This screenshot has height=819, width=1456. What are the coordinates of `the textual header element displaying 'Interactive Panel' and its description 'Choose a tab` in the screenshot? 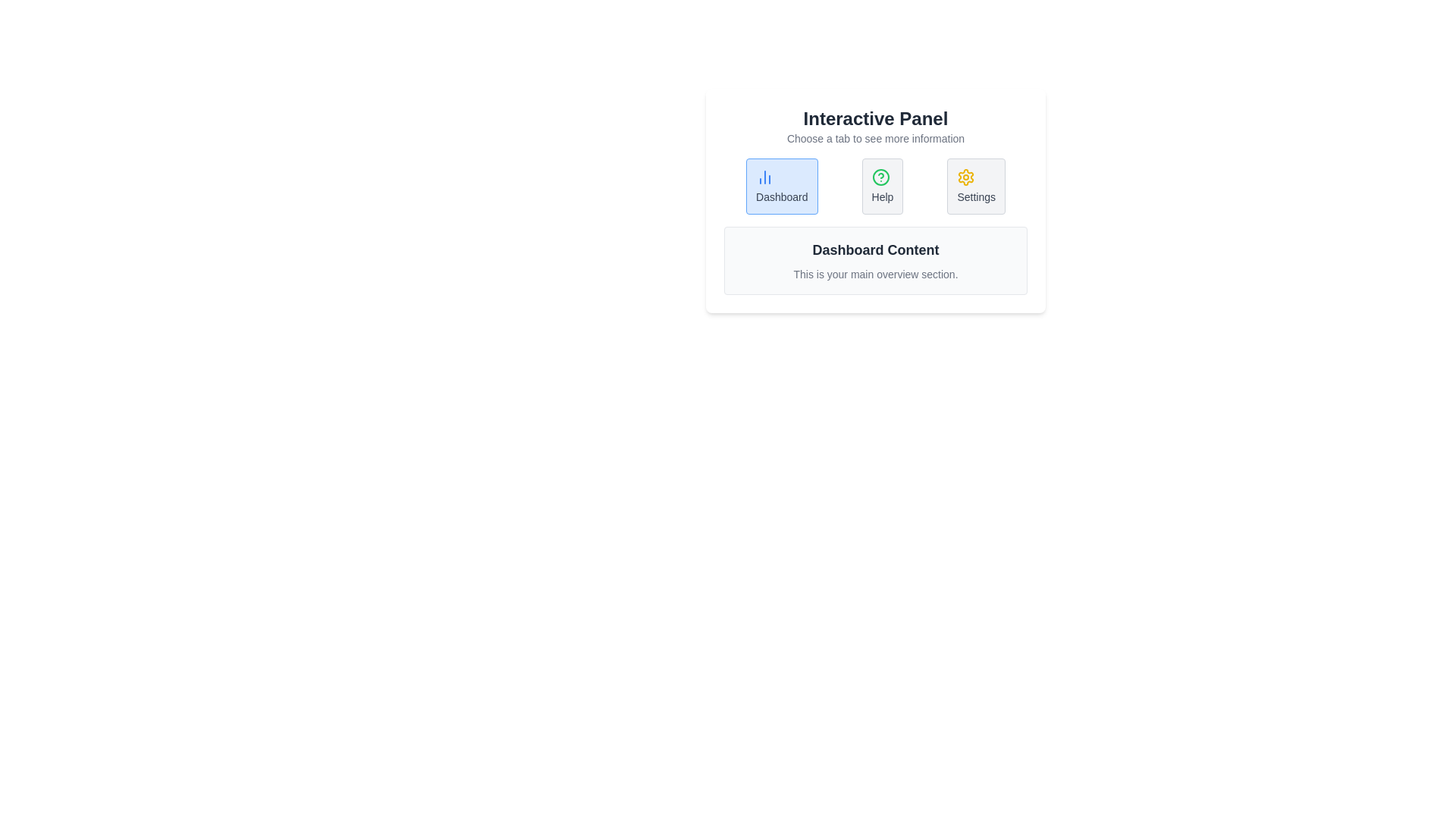 It's located at (876, 125).